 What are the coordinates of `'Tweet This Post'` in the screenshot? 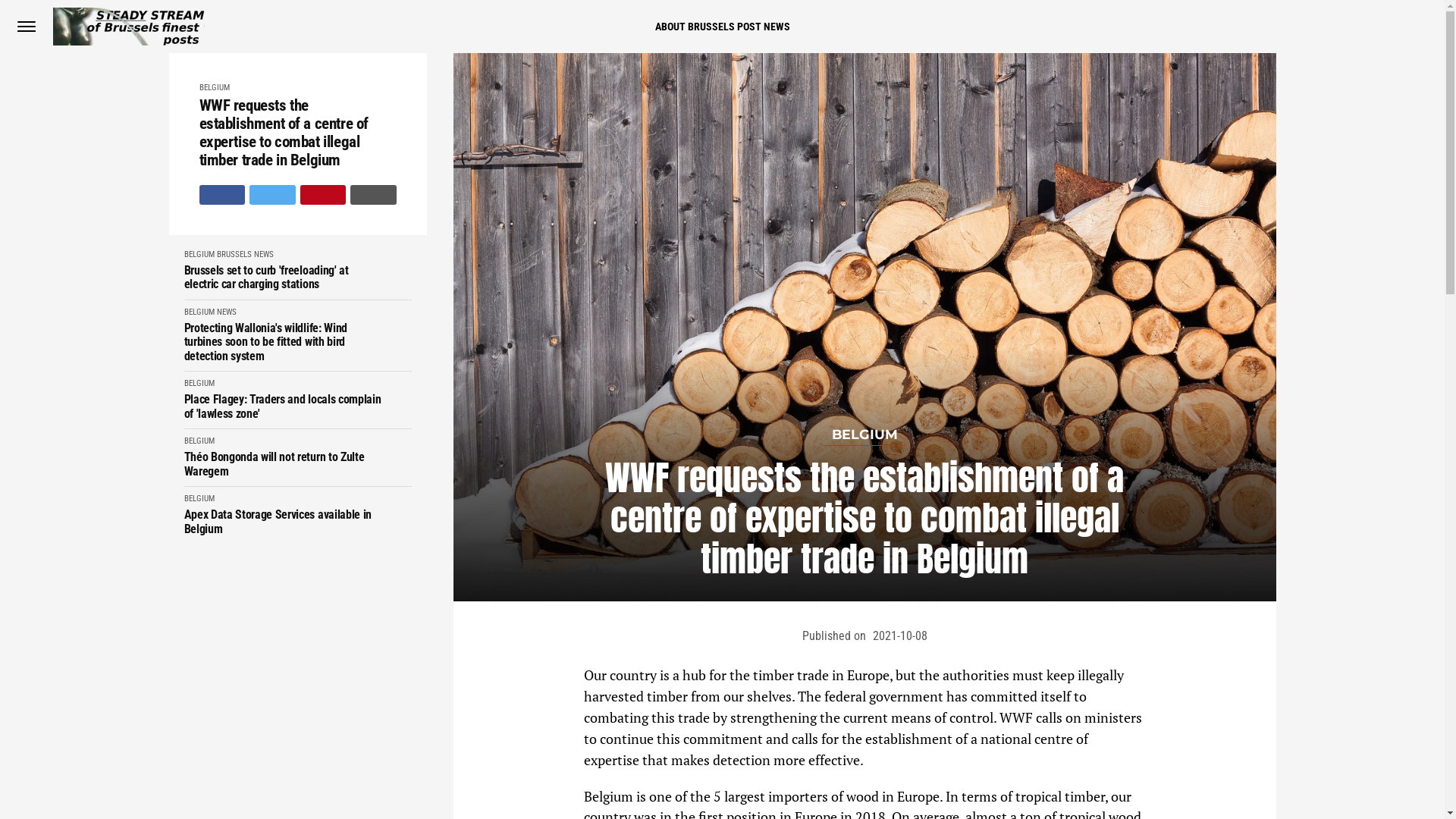 It's located at (272, 194).